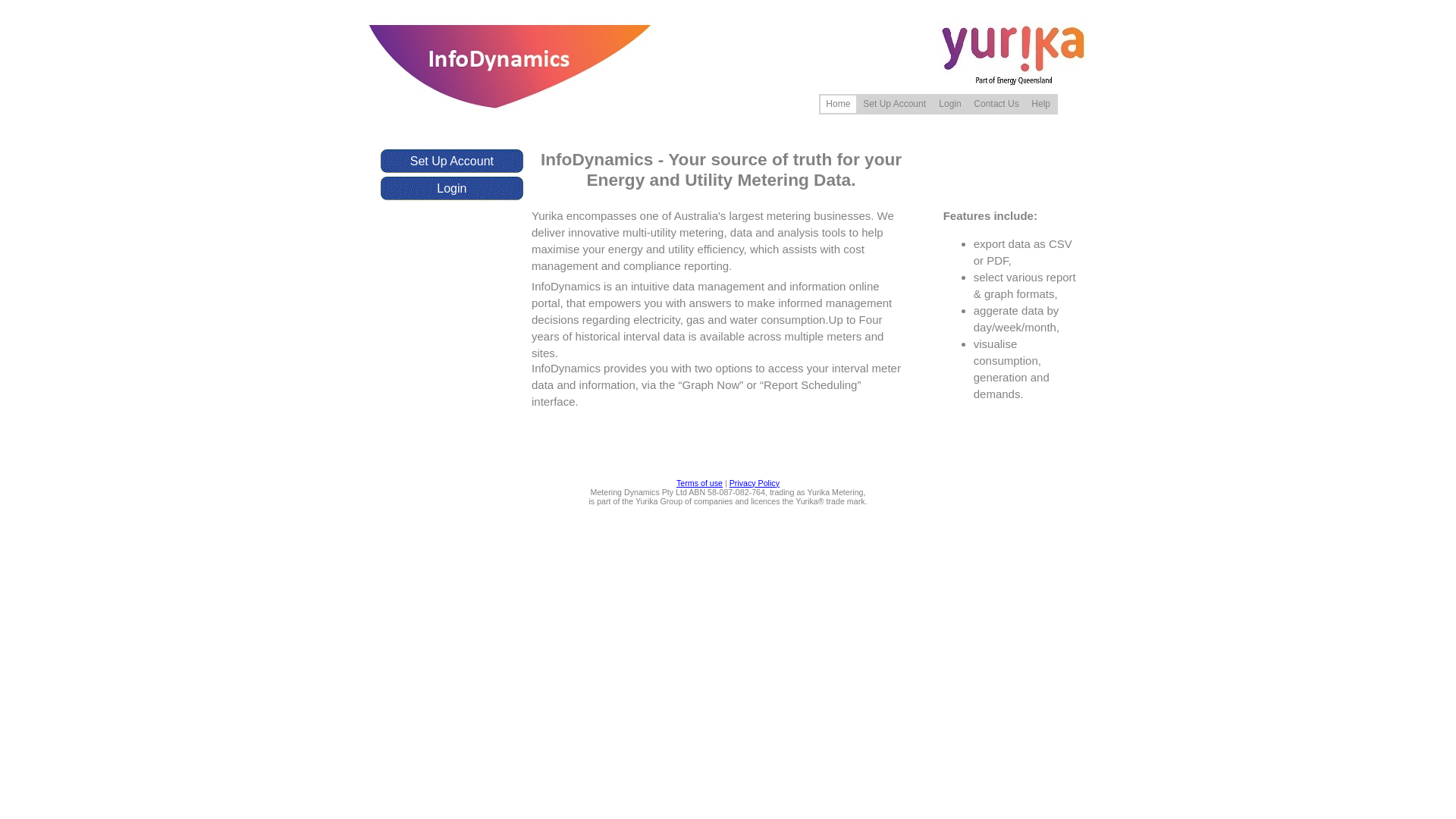 This screenshot has height=819, width=1456. I want to click on 'Set Up Account', so click(894, 103).